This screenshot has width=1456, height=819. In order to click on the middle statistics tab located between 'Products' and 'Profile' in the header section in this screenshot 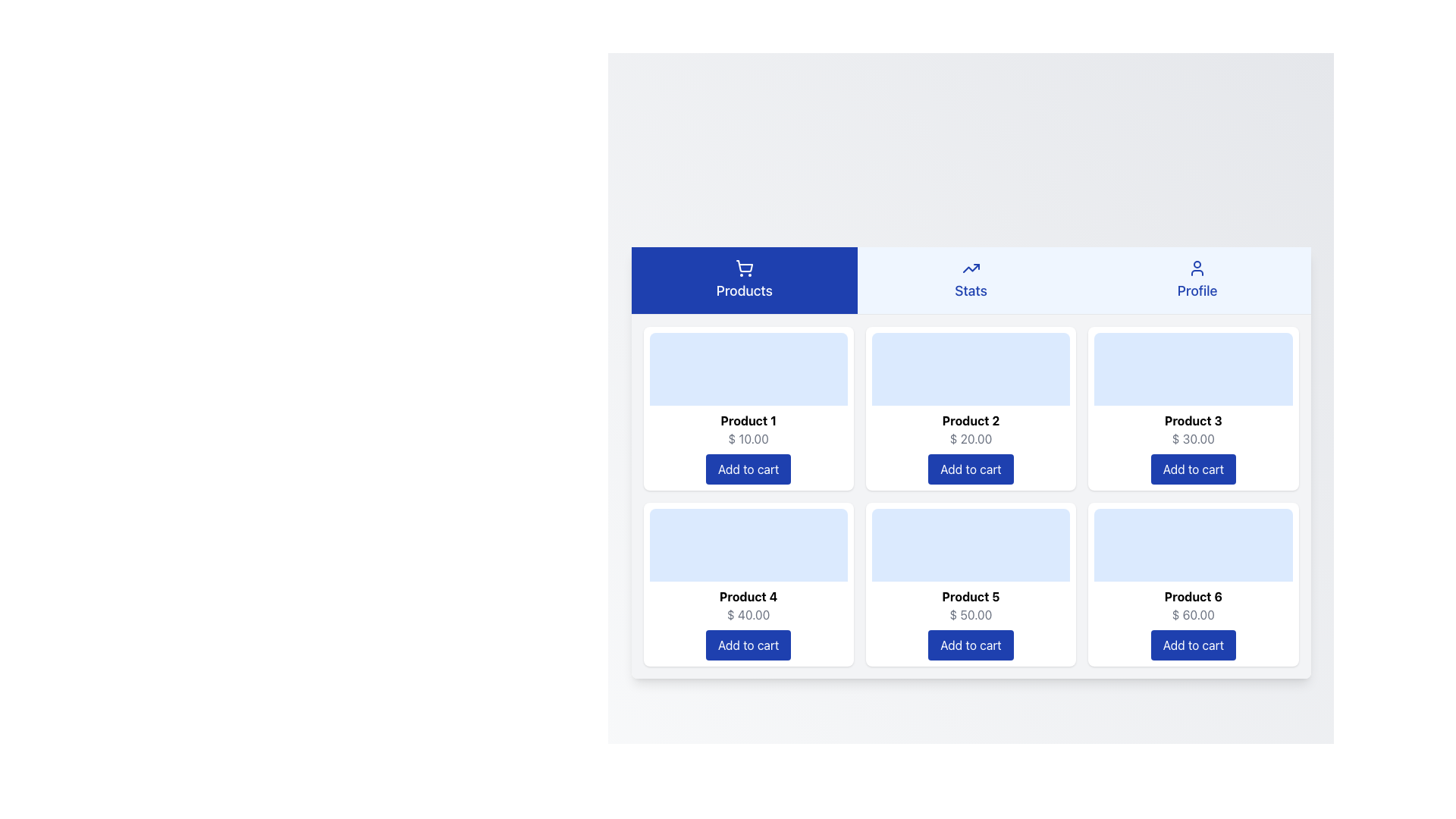, I will do `click(971, 281)`.